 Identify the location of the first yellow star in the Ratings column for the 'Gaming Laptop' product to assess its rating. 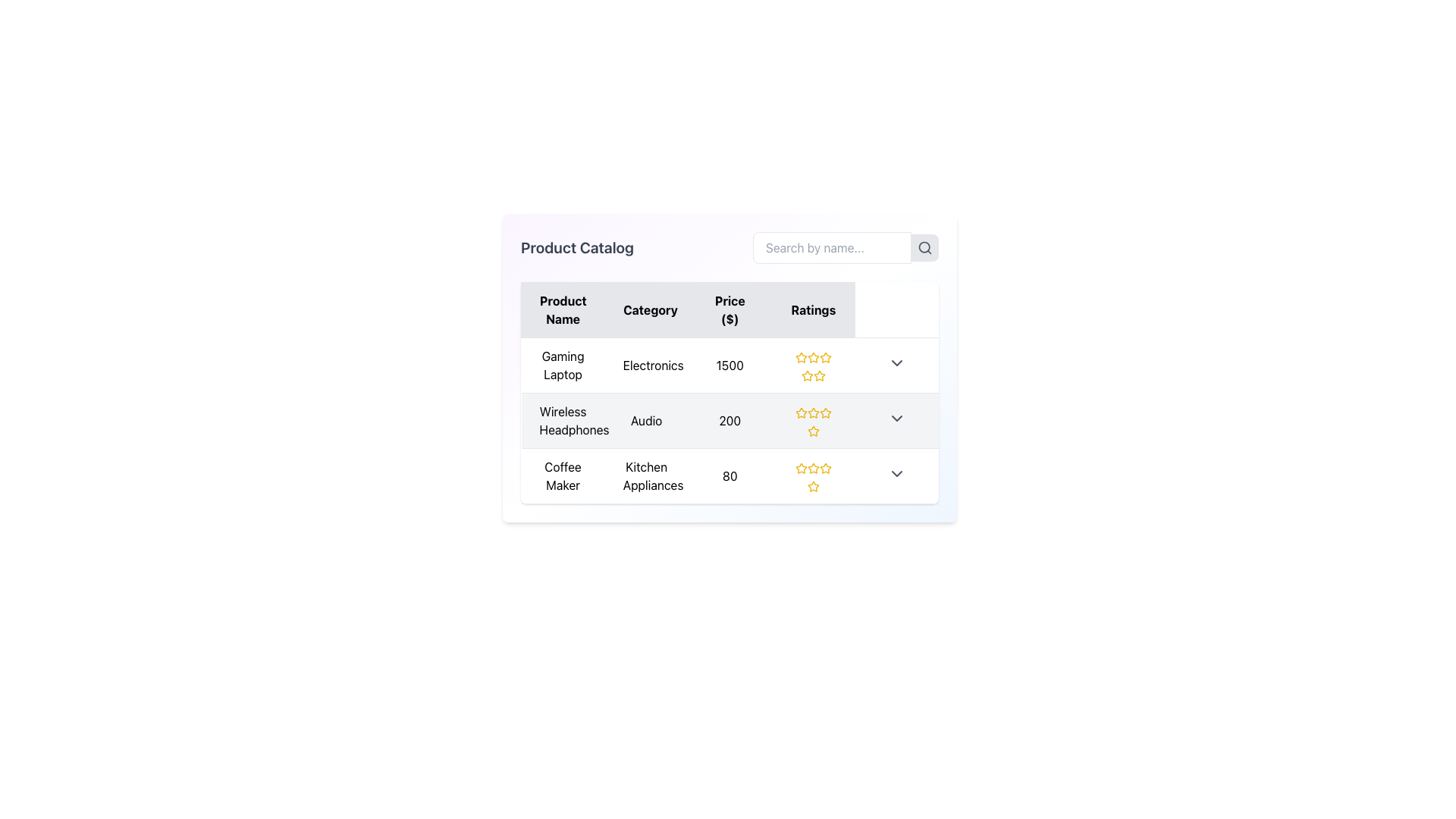
(800, 357).